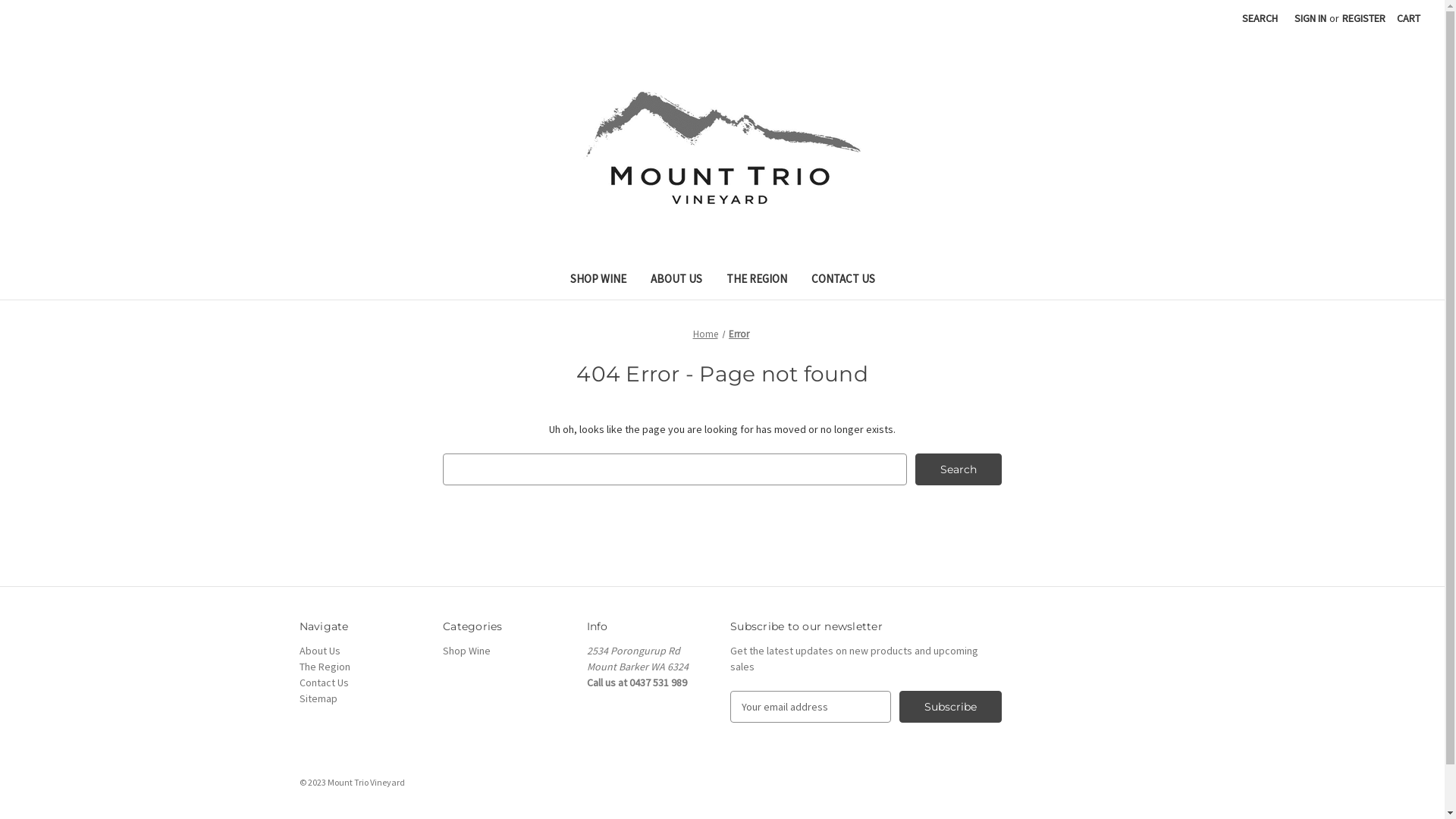  I want to click on 'Shop Wine', so click(466, 649).